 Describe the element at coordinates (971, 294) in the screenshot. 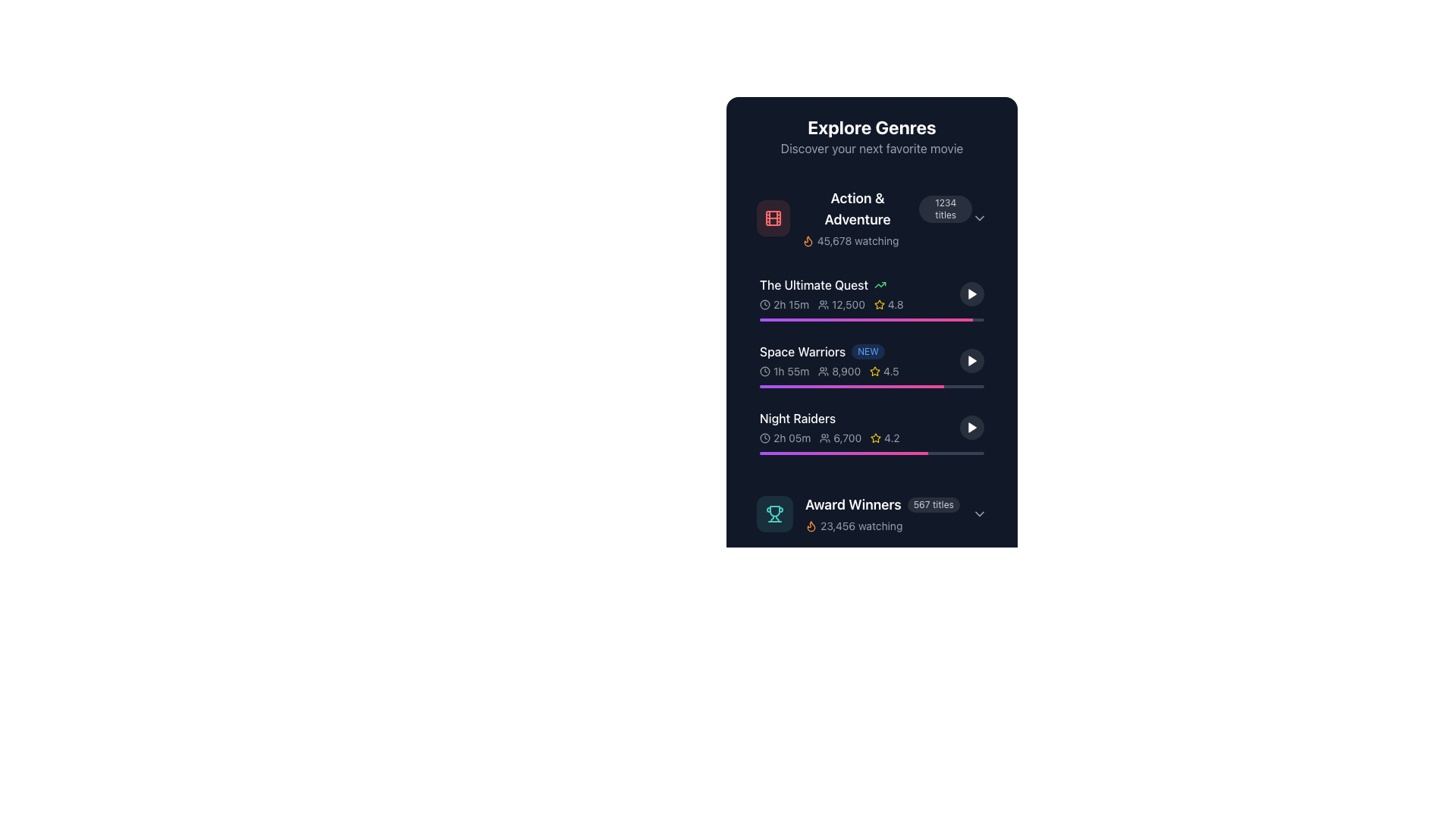

I see `the small circular button with a white arrow (play symbol) located to the right of 'The Ultimate Quest'` at that location.